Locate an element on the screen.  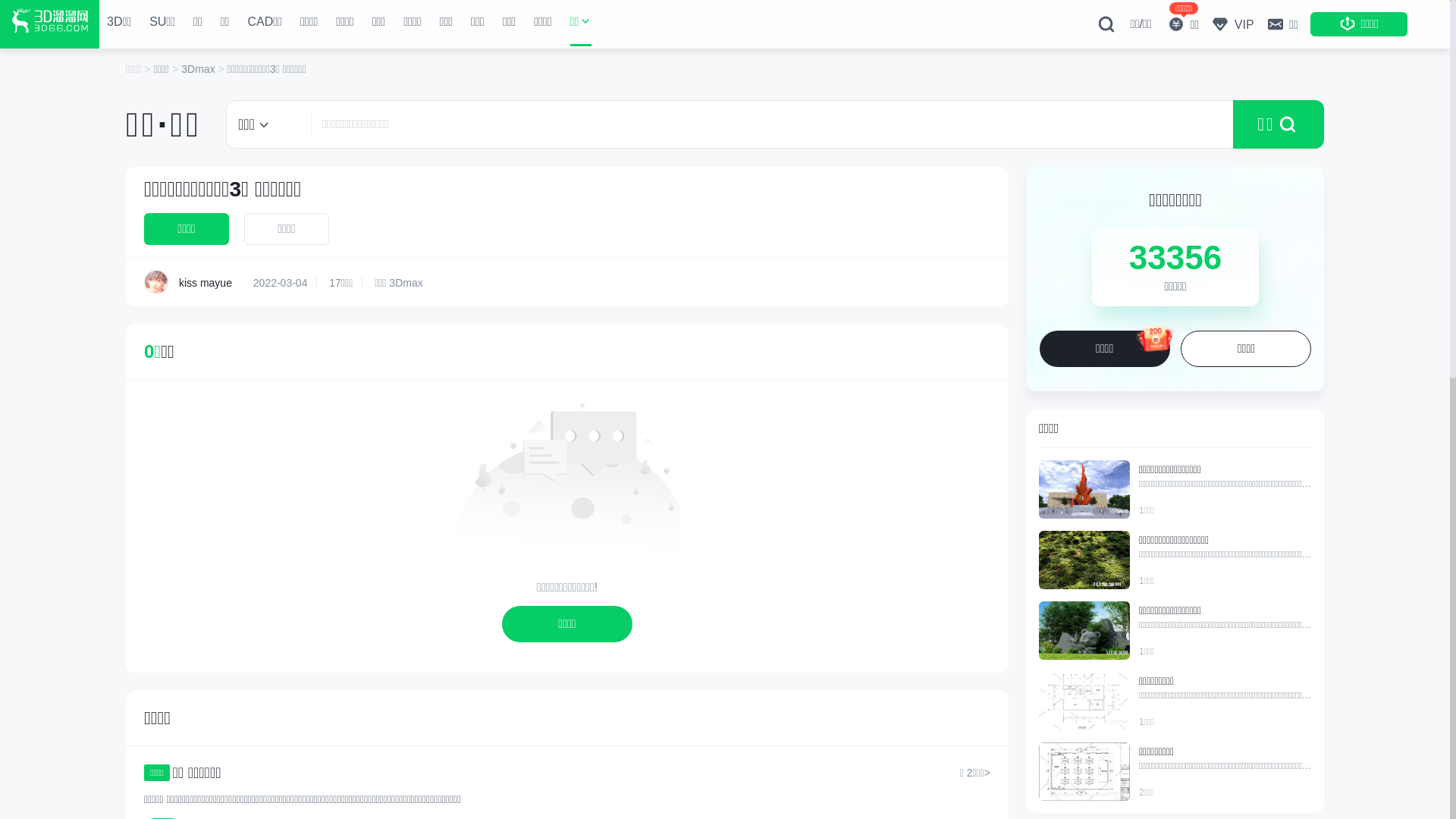
'3Dmax' is located at coordinates (181, 69).